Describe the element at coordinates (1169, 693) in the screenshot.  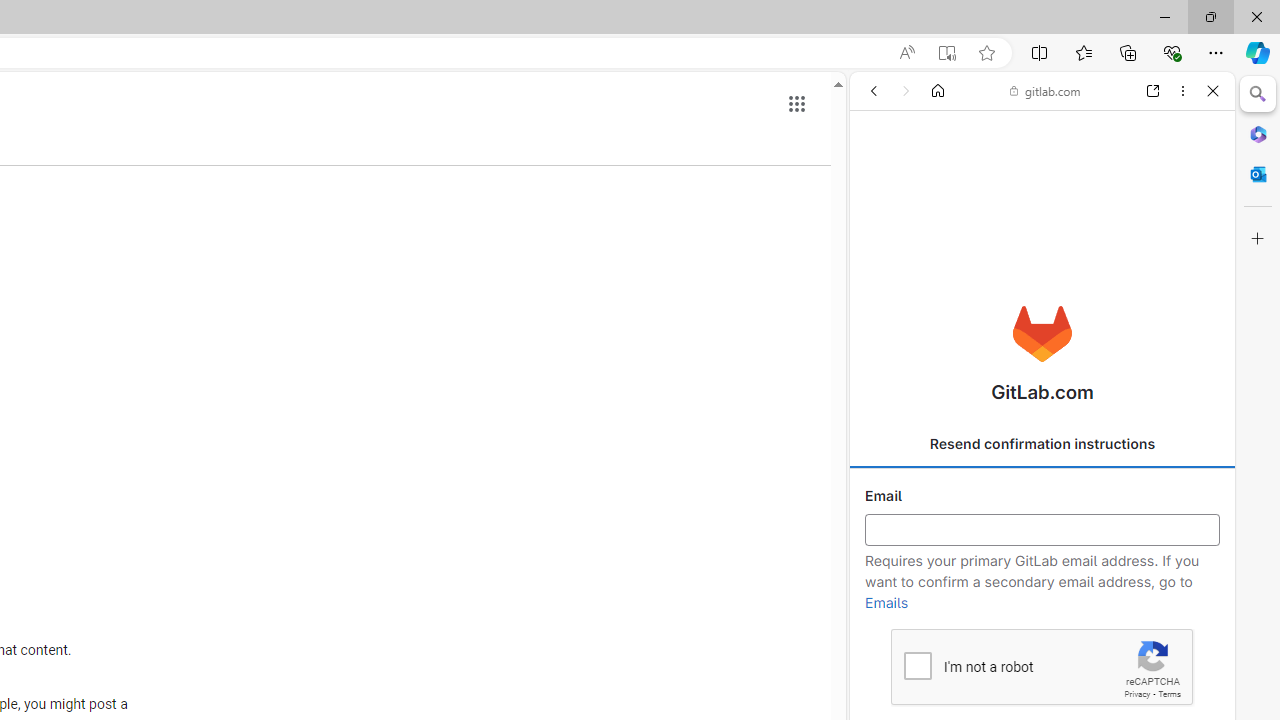
I see `'Terms'` at that location.